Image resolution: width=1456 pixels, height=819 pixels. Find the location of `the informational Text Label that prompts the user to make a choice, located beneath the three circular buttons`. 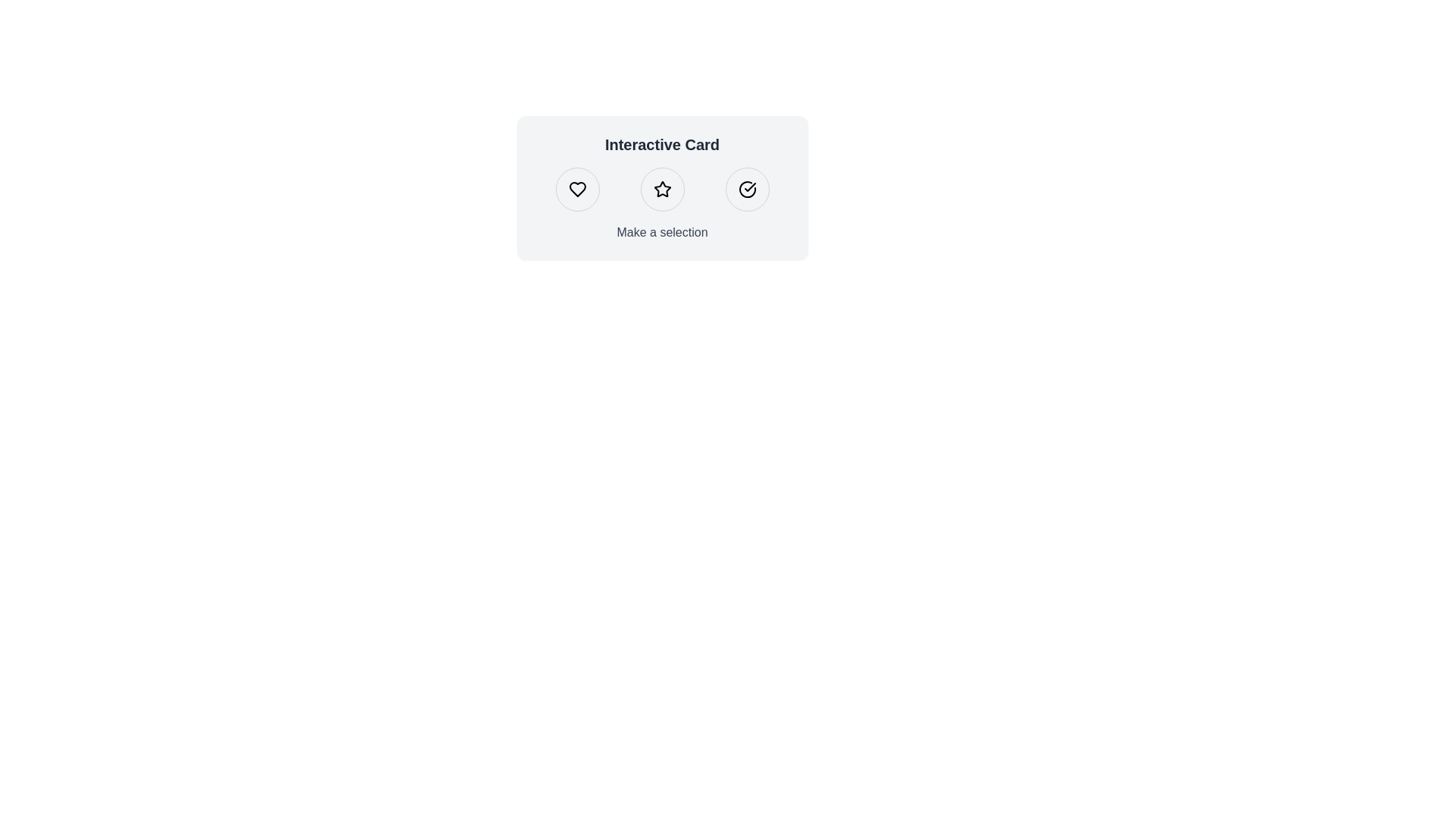

the informational Text Label that prompts the user to make a choice, located beneath the three circular buttons is located at coordinates (662, 233).